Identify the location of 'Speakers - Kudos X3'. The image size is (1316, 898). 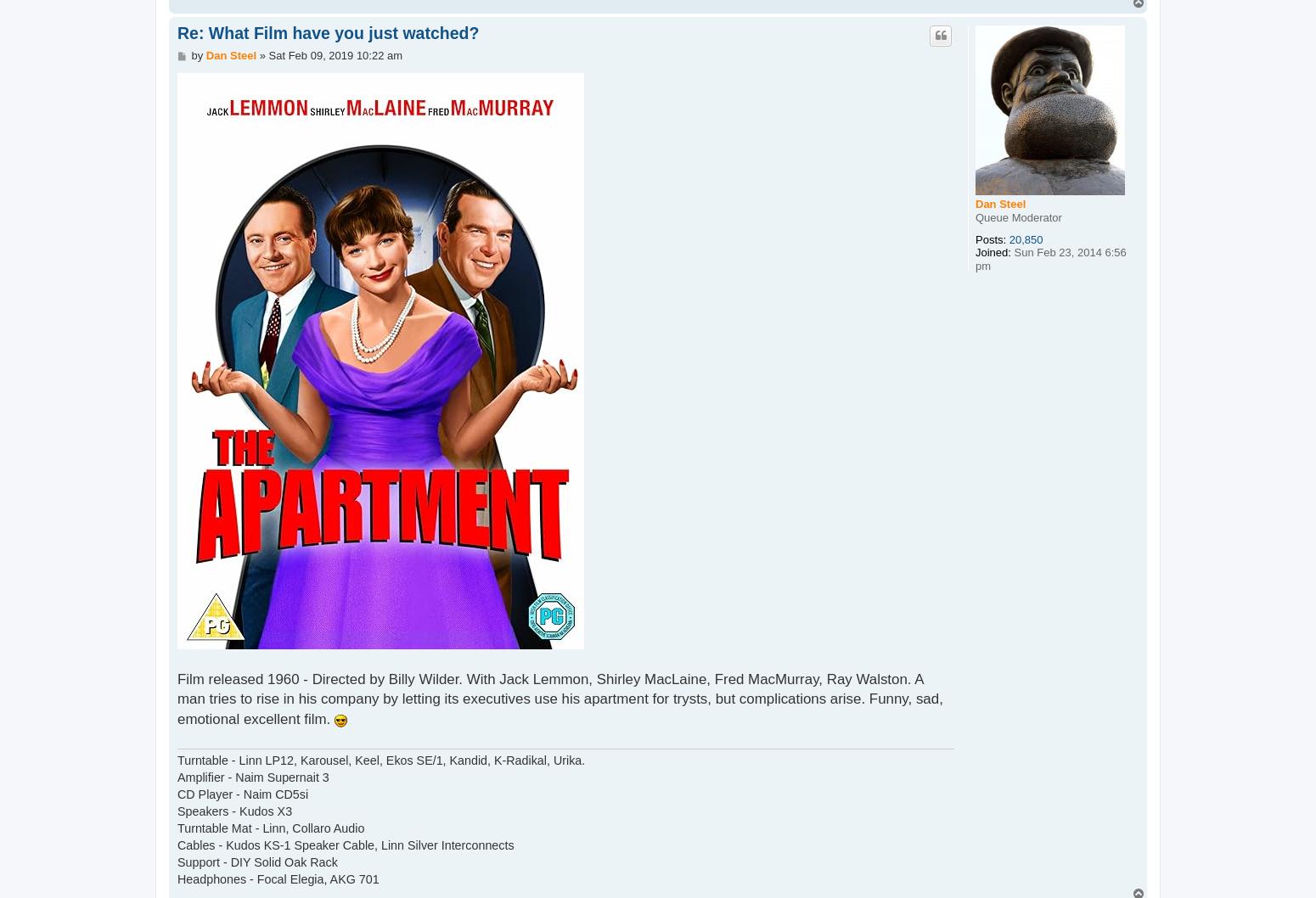
(234, 810).